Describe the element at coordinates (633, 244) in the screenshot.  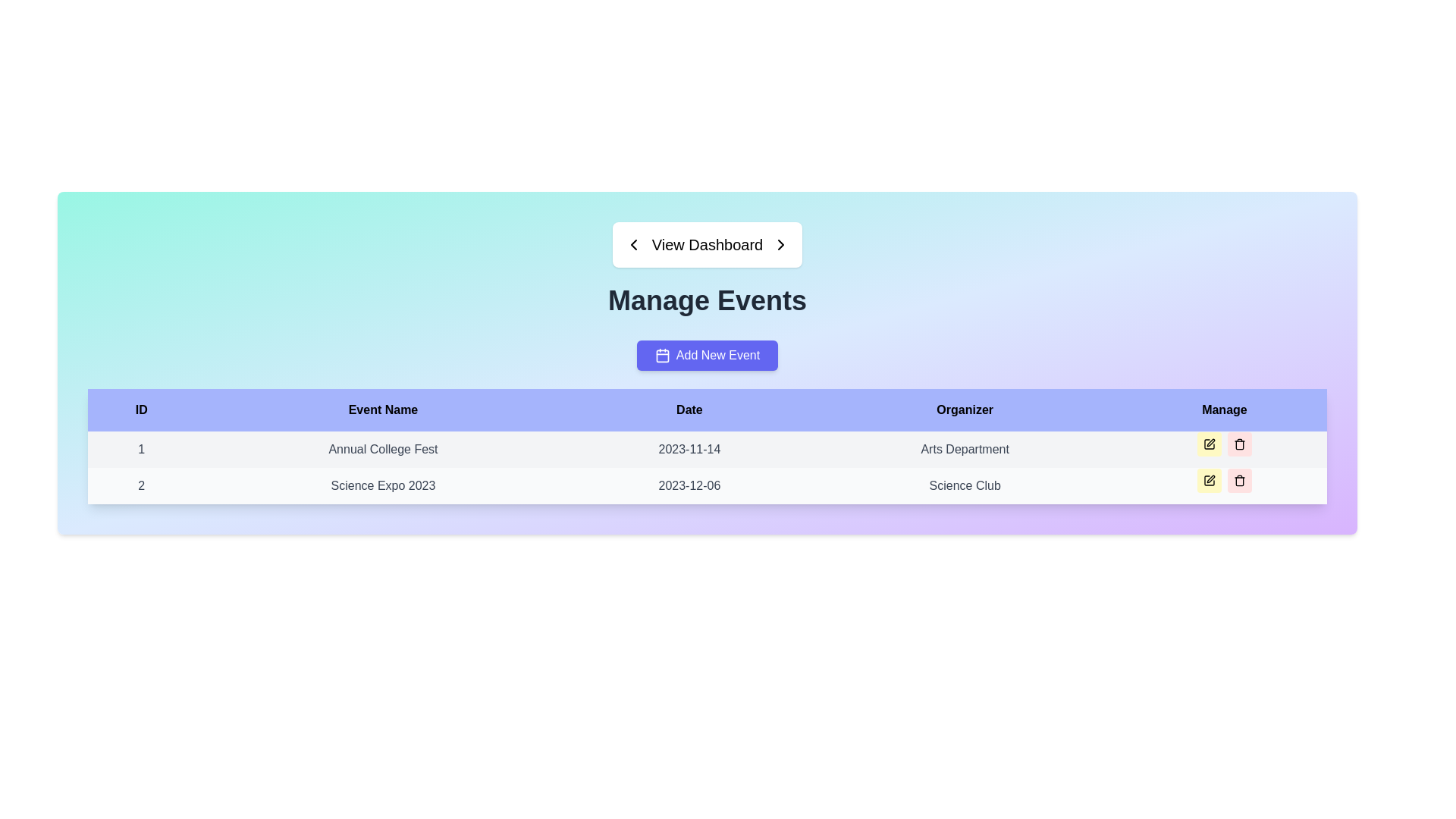
I see `the left-pointing chevron icon within the 'View Dashboard' button` at that location.